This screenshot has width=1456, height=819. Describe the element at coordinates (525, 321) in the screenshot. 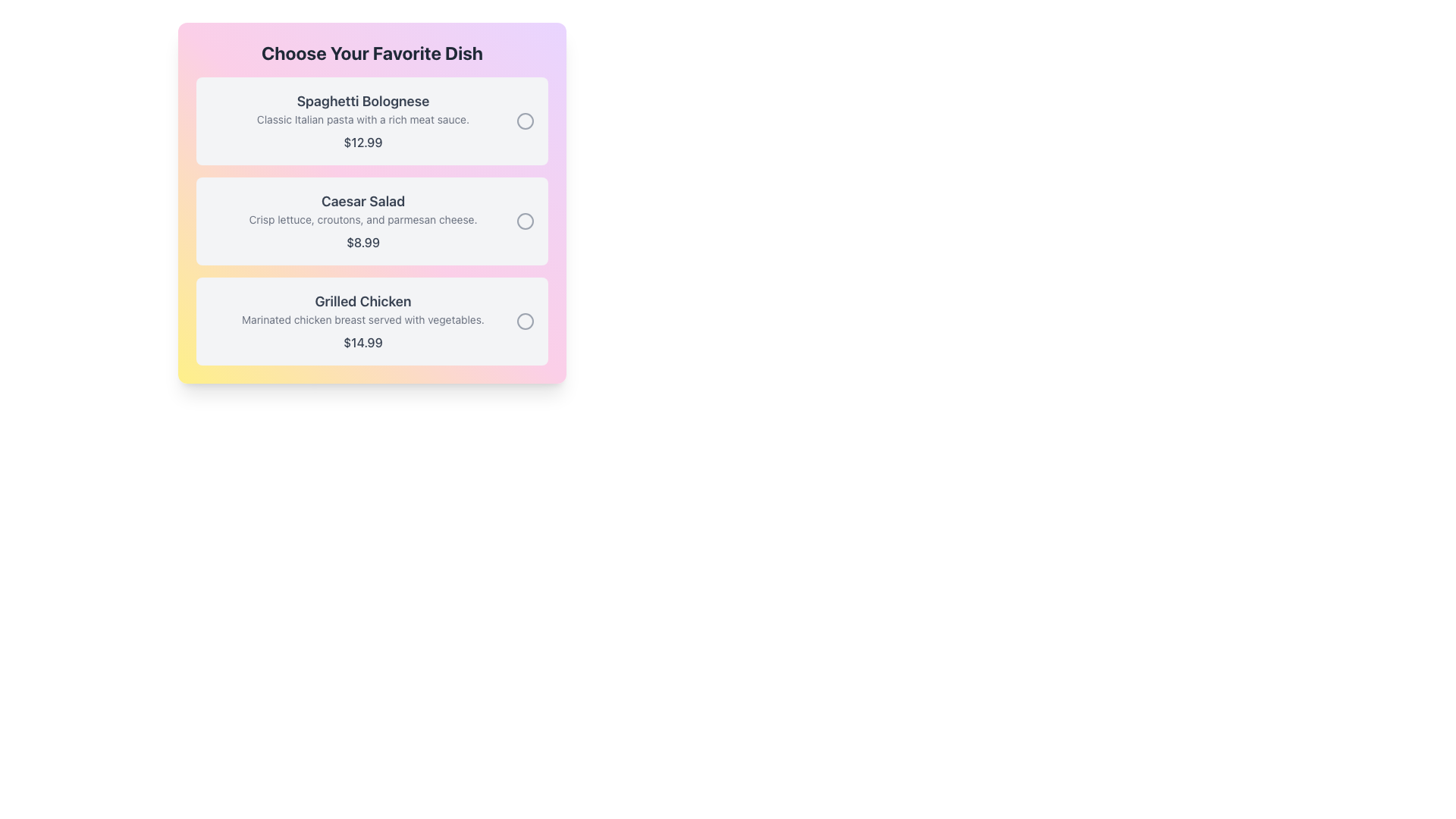

I see `the radio button` at that location.